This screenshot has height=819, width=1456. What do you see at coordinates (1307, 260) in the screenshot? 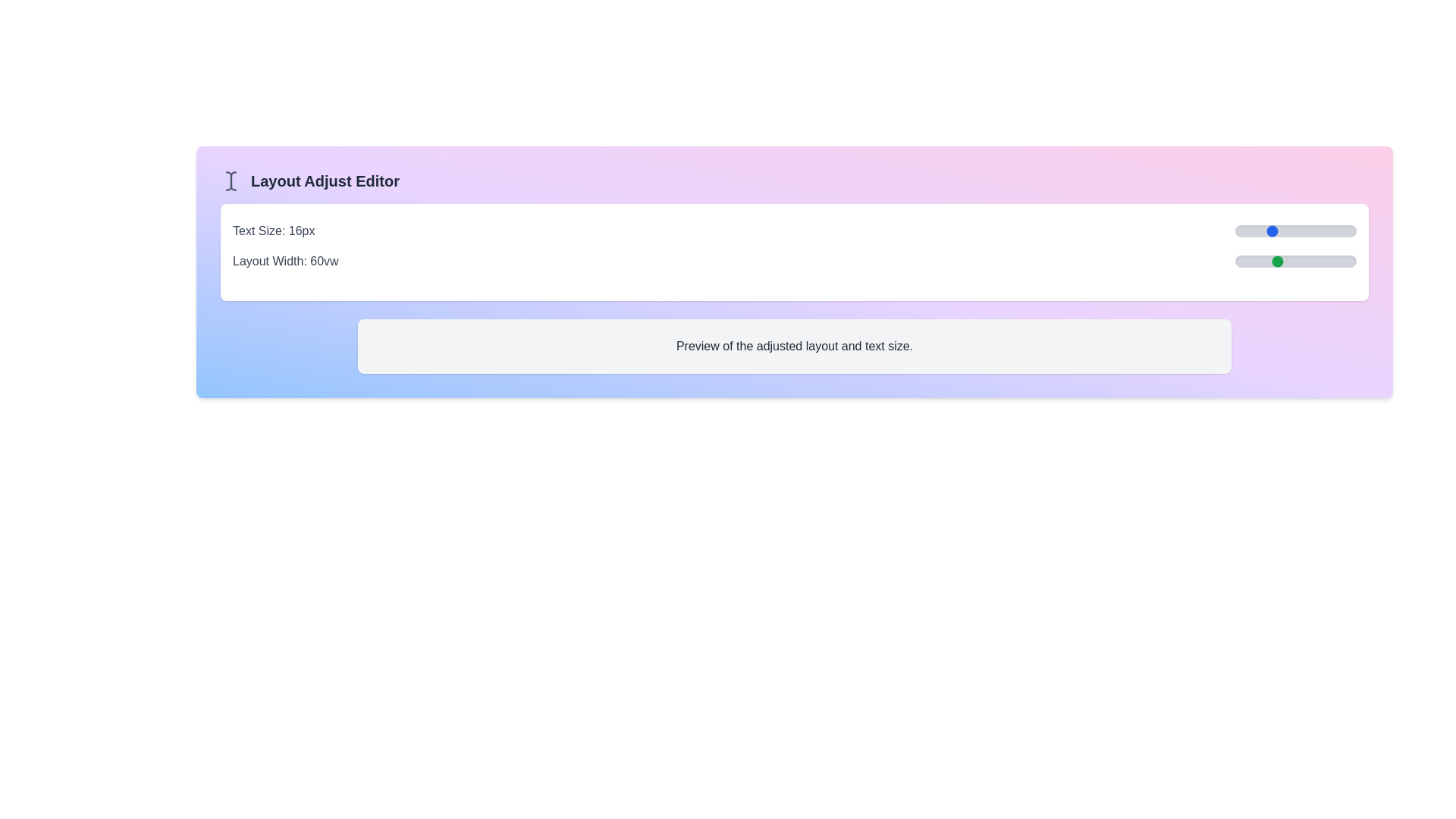
I see `the layout width` at bounding box center [1307, 260].